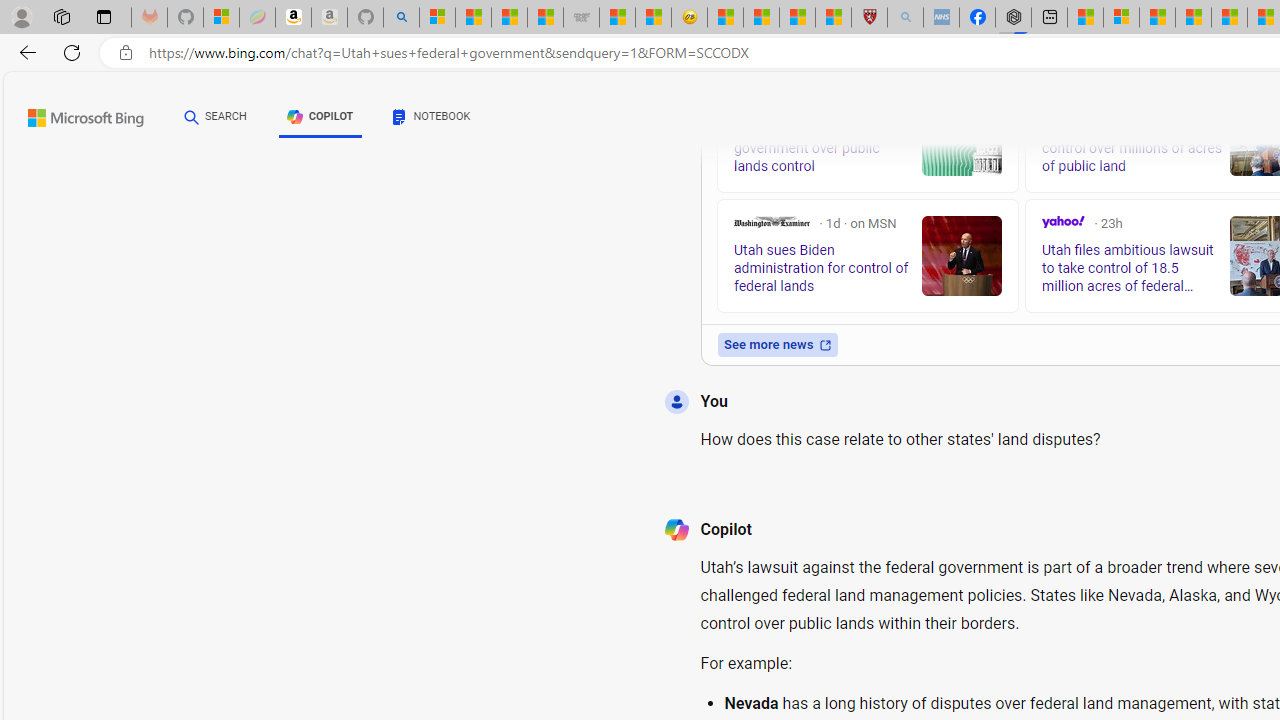  I want to click on 'Back to Bing search', so click(73, 114).